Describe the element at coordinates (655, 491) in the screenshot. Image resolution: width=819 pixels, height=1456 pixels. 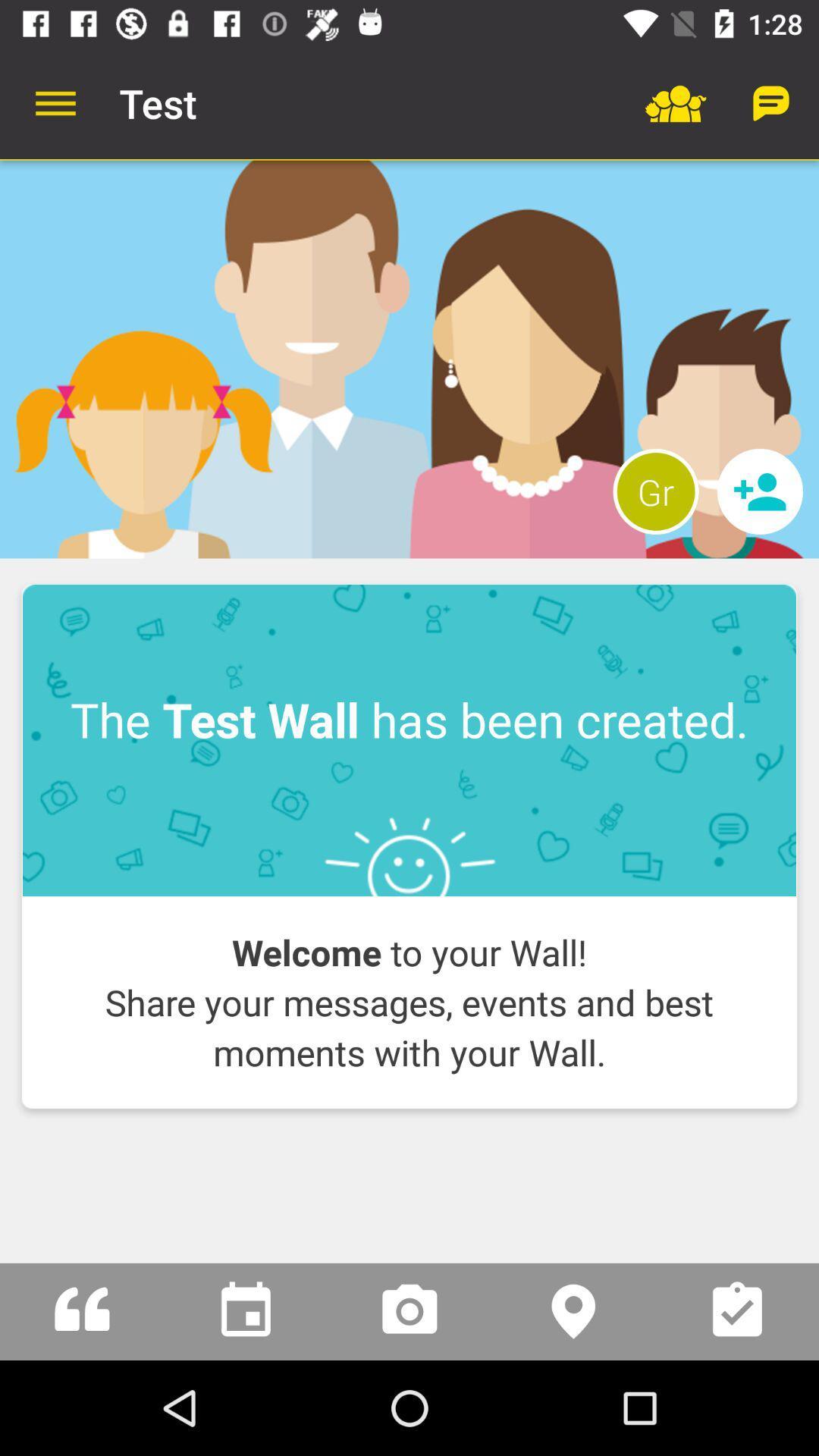
I see `the gr` at that location.